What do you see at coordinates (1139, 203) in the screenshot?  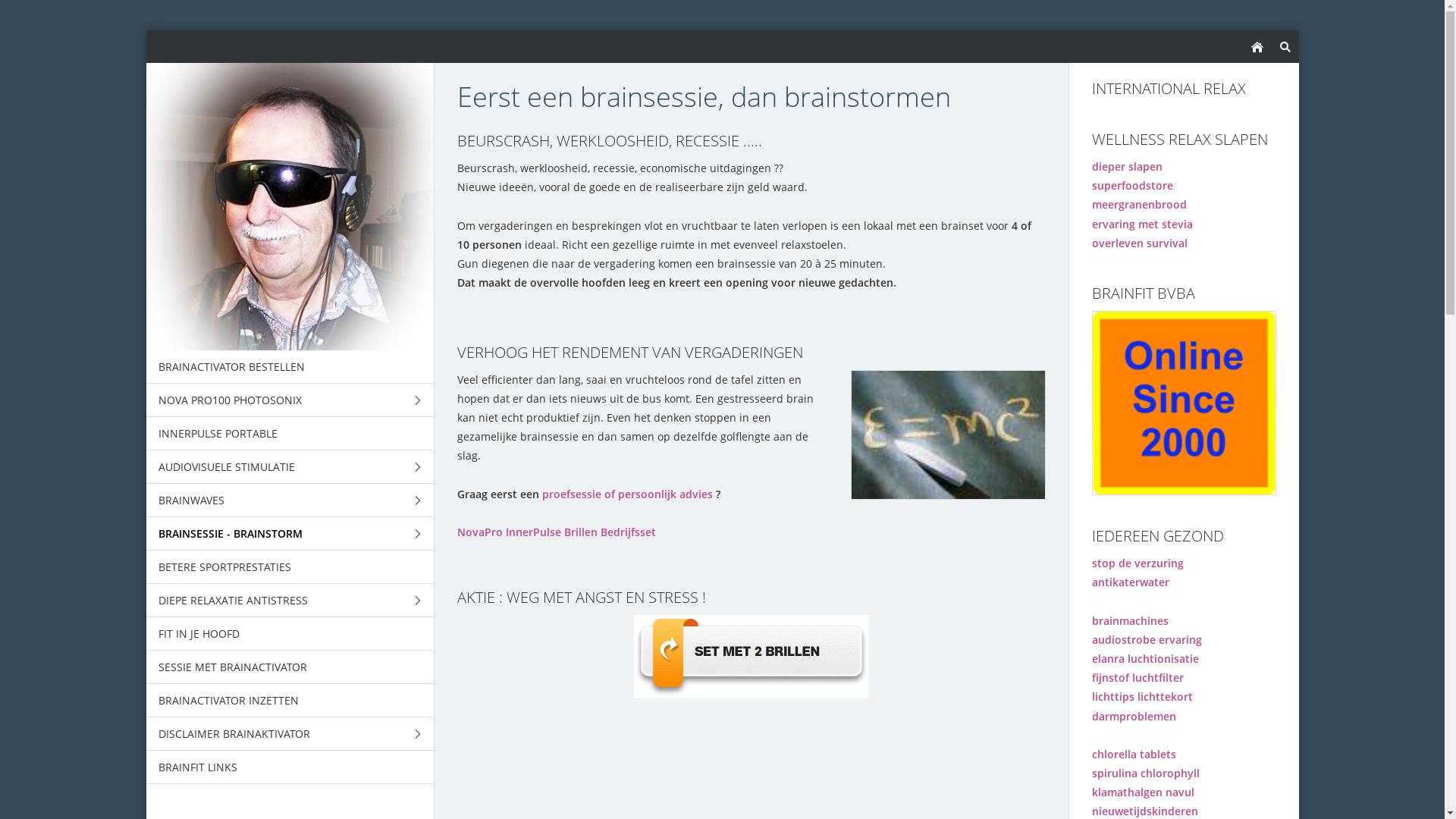 I see `'meergranenbrood'` at bounding box center [1139, 203].